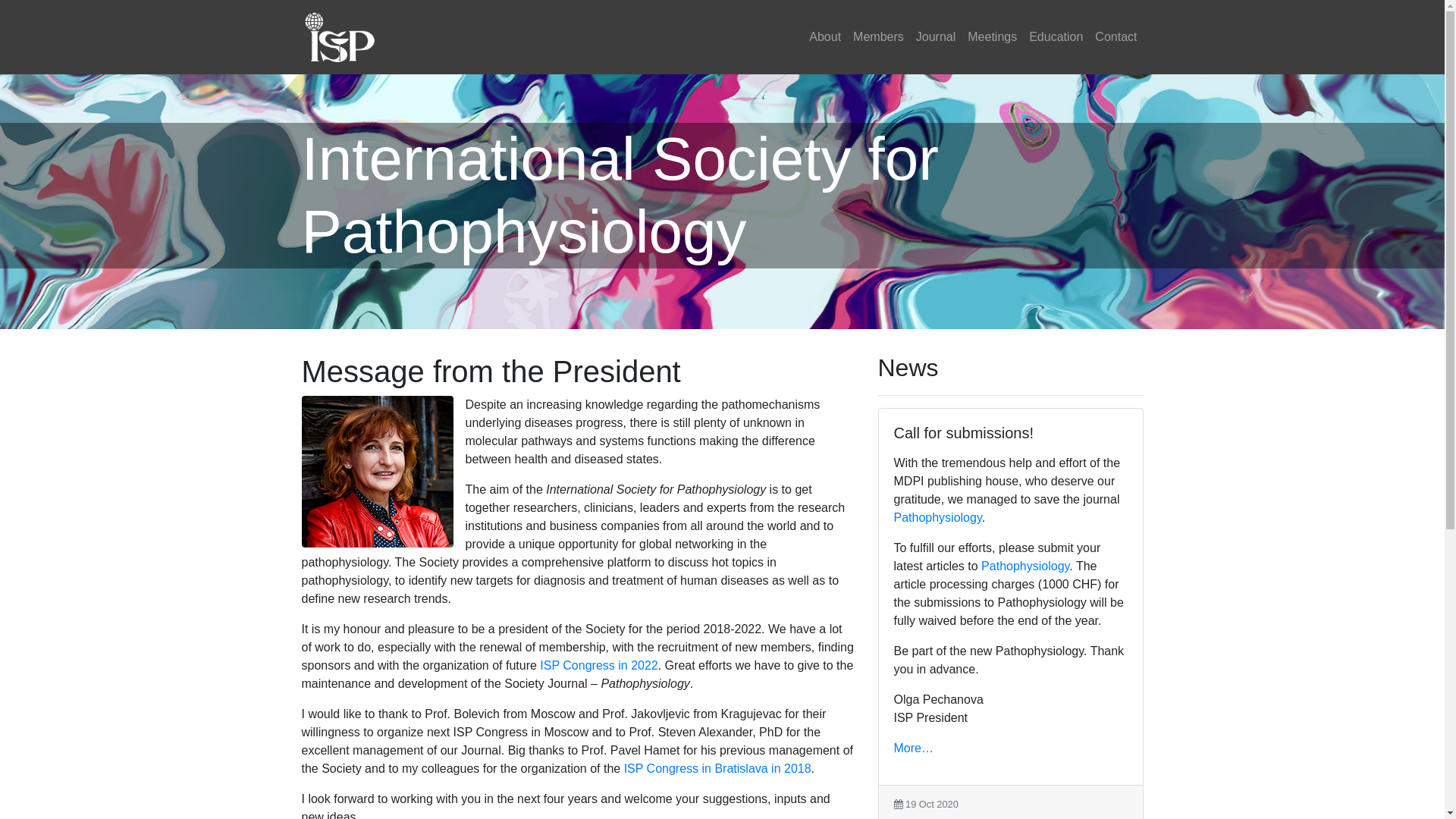 This screenshot has height=819, width=1456. I want to click on 'Education', so click(1022, 36).